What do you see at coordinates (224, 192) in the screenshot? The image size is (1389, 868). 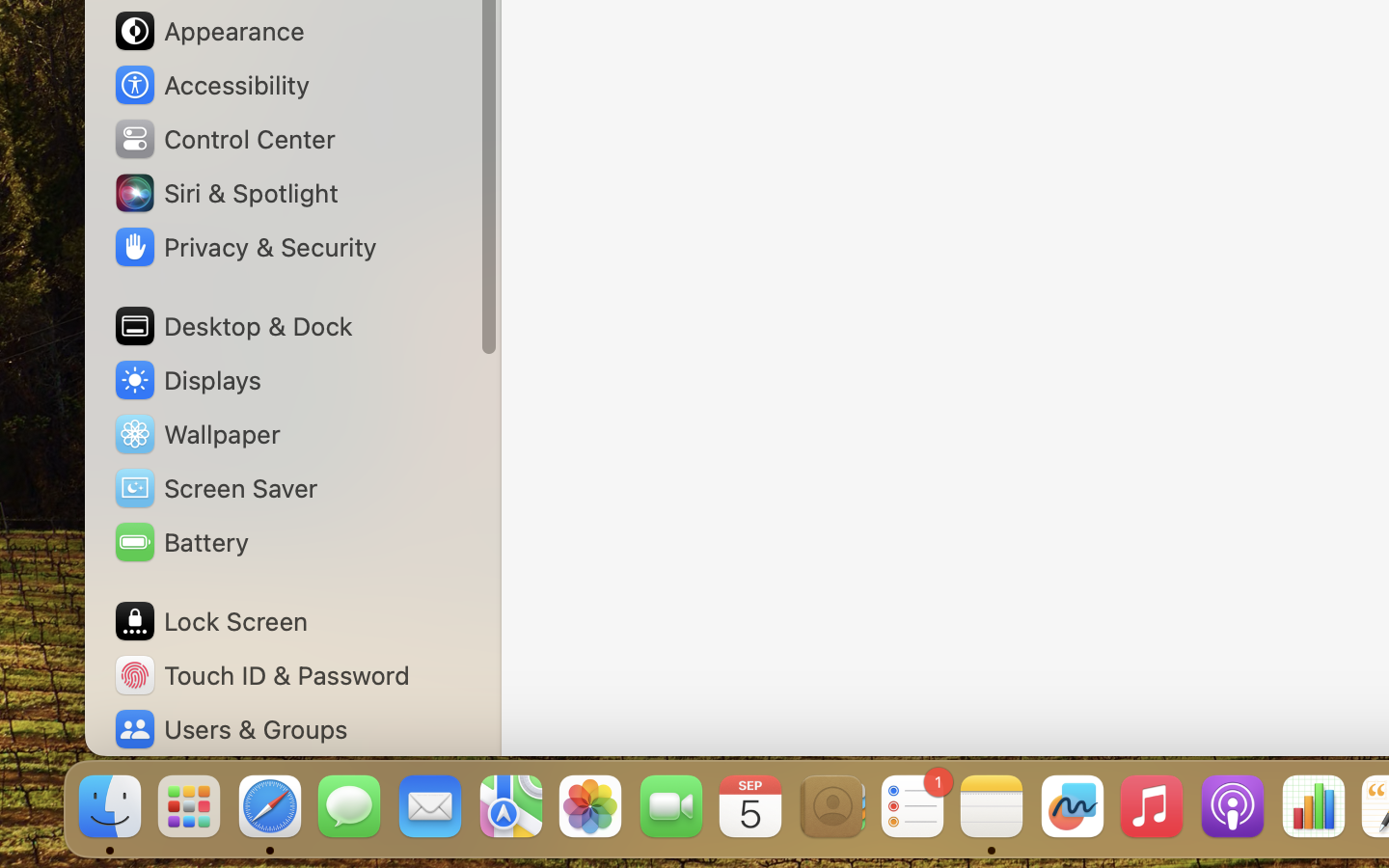 I see `'Siri & Spotlight'` at bounding box center [224, 192].